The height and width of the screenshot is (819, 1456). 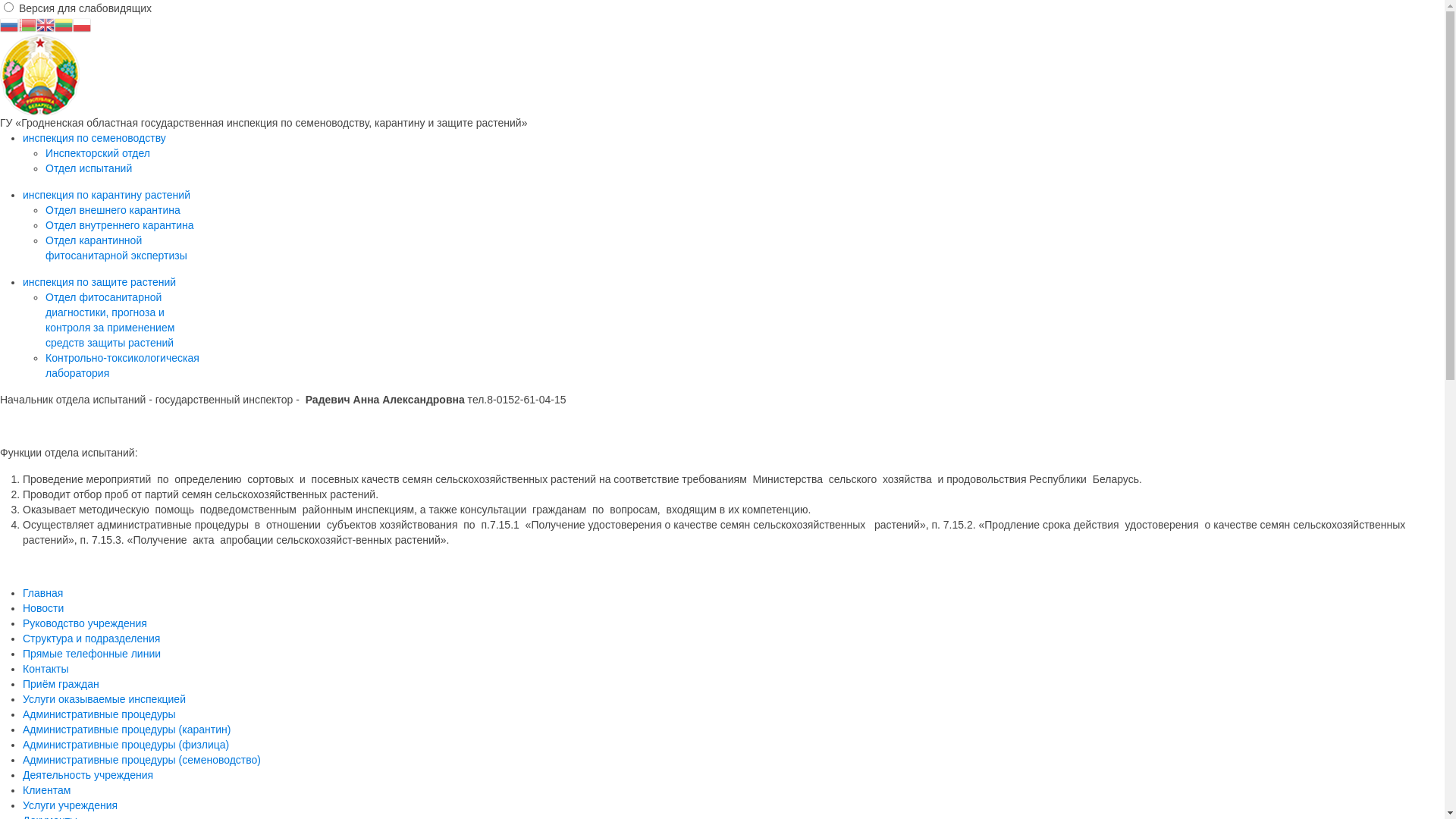 I want to click on 'Russian', so click(x=9, y=24).